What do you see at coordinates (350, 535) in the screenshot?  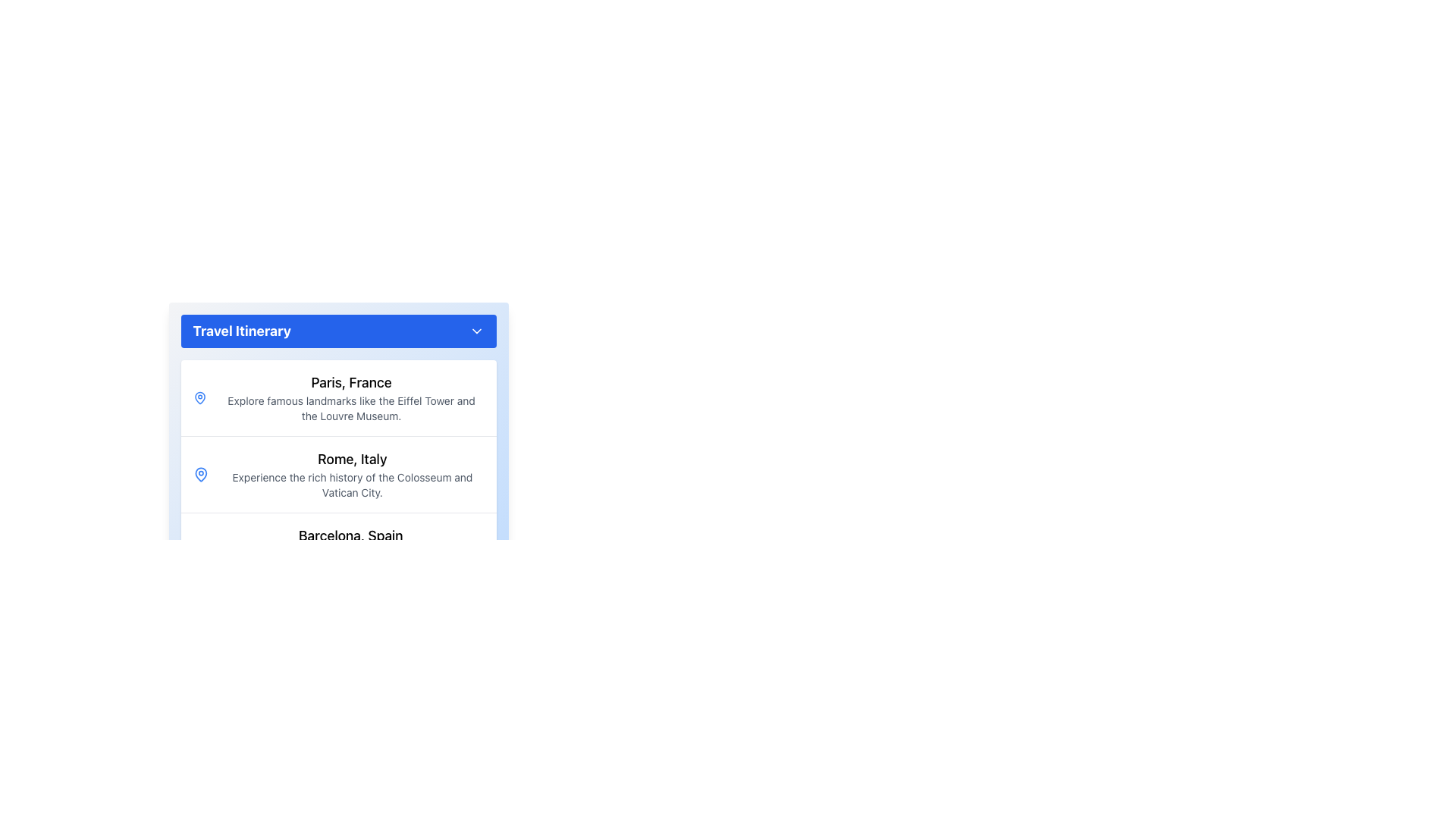 I see `text label indicating the travel destination 'Barcelona, Spain' located in the 'Travel Itinerary' section, positioned as the third title in the list` at bounding box center [350, 535].